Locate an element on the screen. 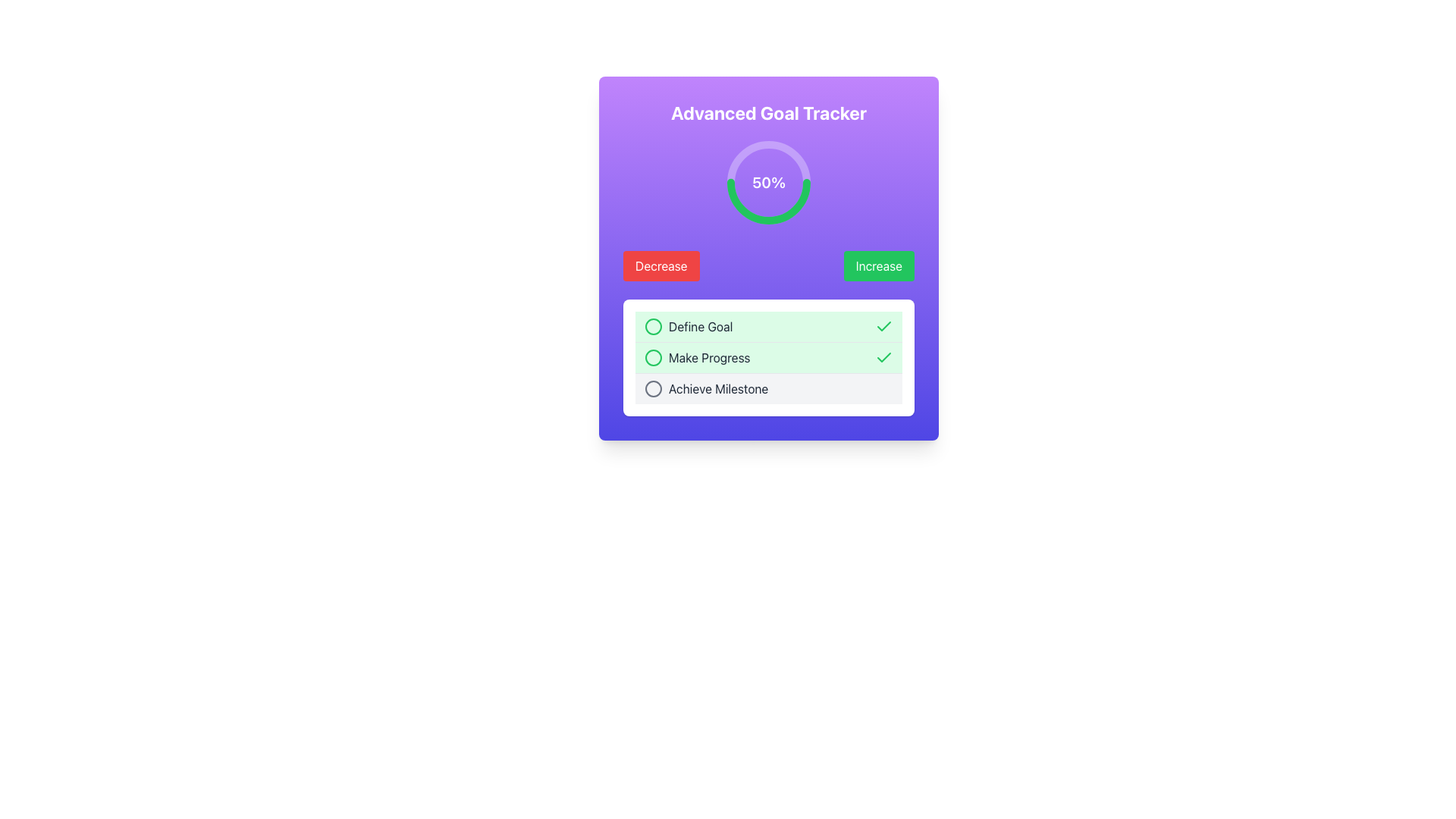 This screenshot has height=819, width=1456. the circular progress indicator located at the top-center of the 'Advanced Goal Tracker' card, which features a partially filled green arc and a transparent background is located at coordinates (768, 181).